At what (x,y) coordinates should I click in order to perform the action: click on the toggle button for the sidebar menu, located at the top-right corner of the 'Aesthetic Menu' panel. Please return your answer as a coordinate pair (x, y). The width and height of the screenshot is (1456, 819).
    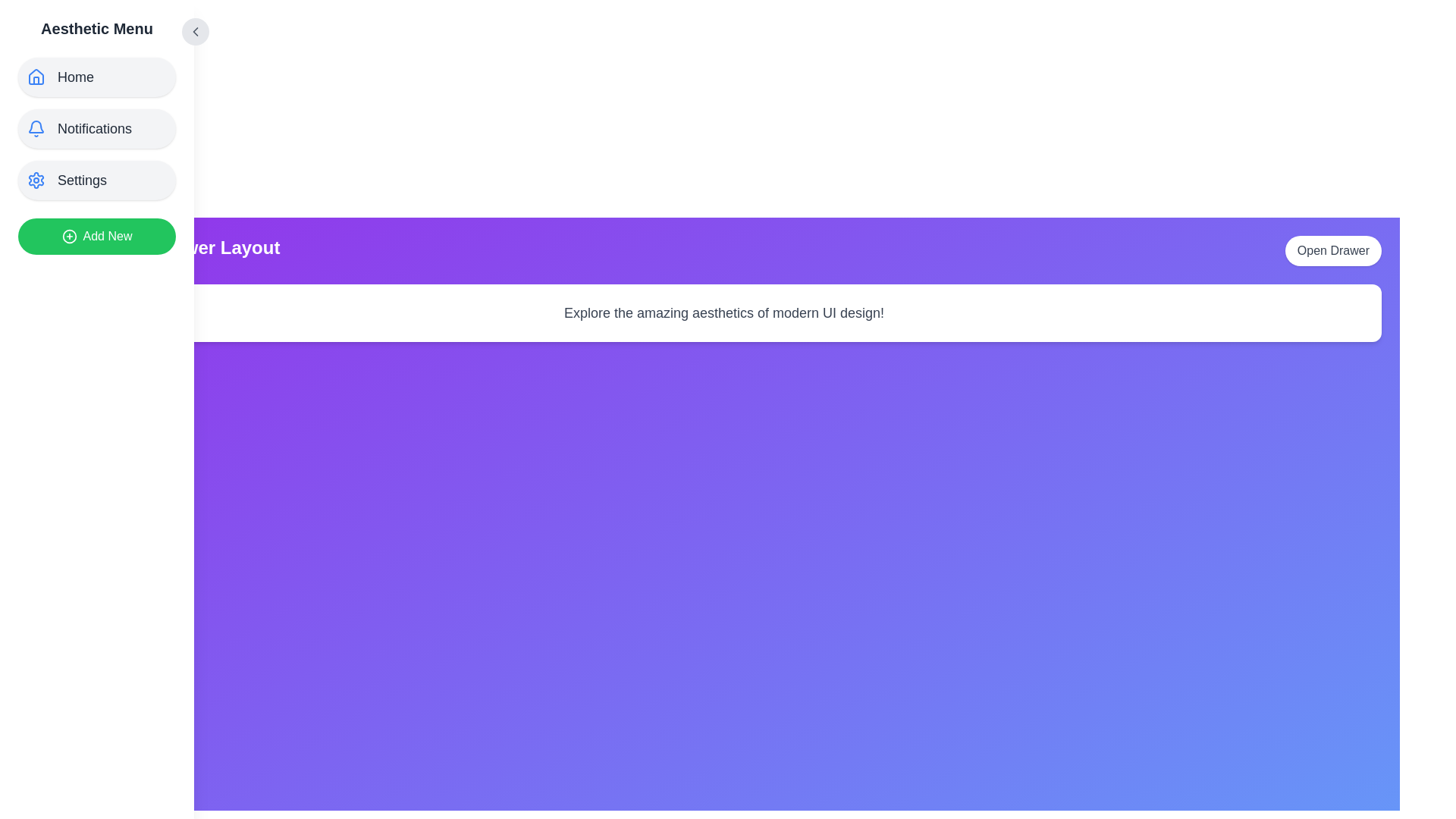
    Looking at the image, I should click on (195, 32).